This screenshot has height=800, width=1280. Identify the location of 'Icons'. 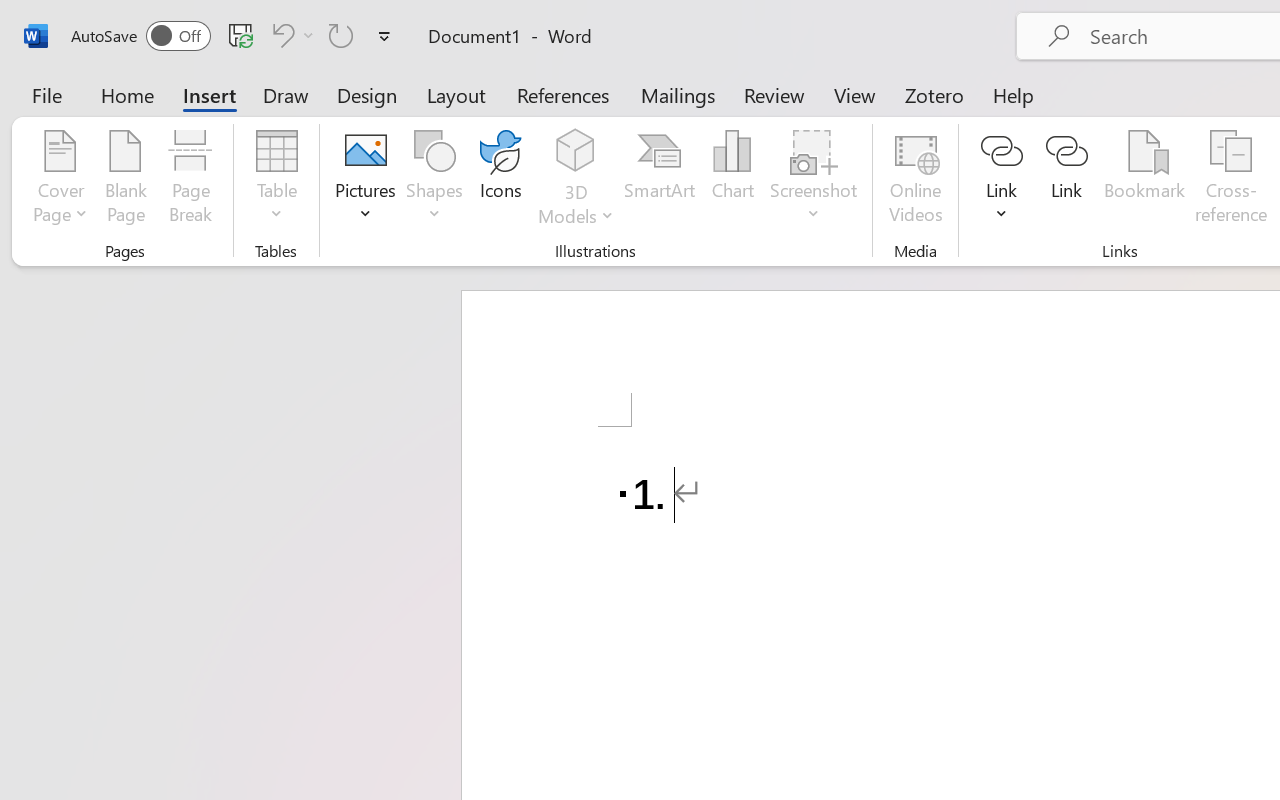
(501, 179).